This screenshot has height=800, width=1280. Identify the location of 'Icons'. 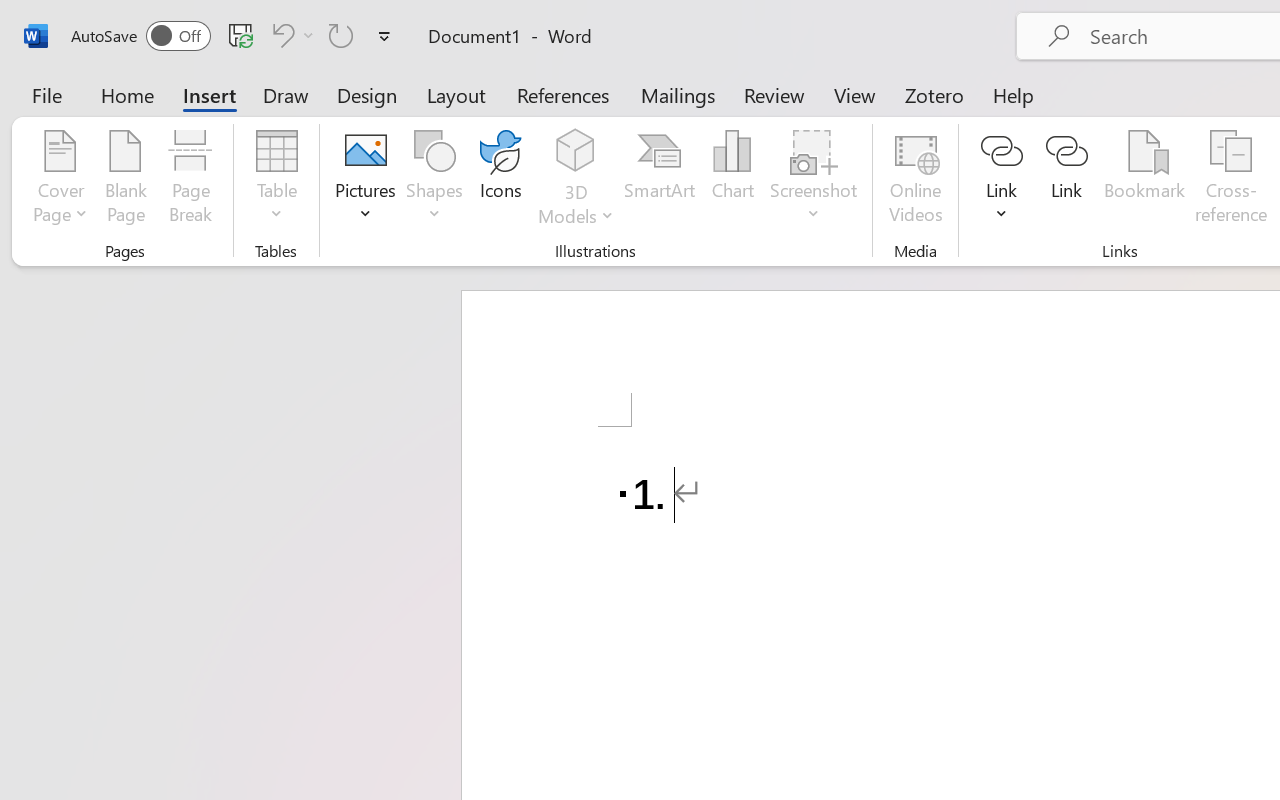
(501, 179).